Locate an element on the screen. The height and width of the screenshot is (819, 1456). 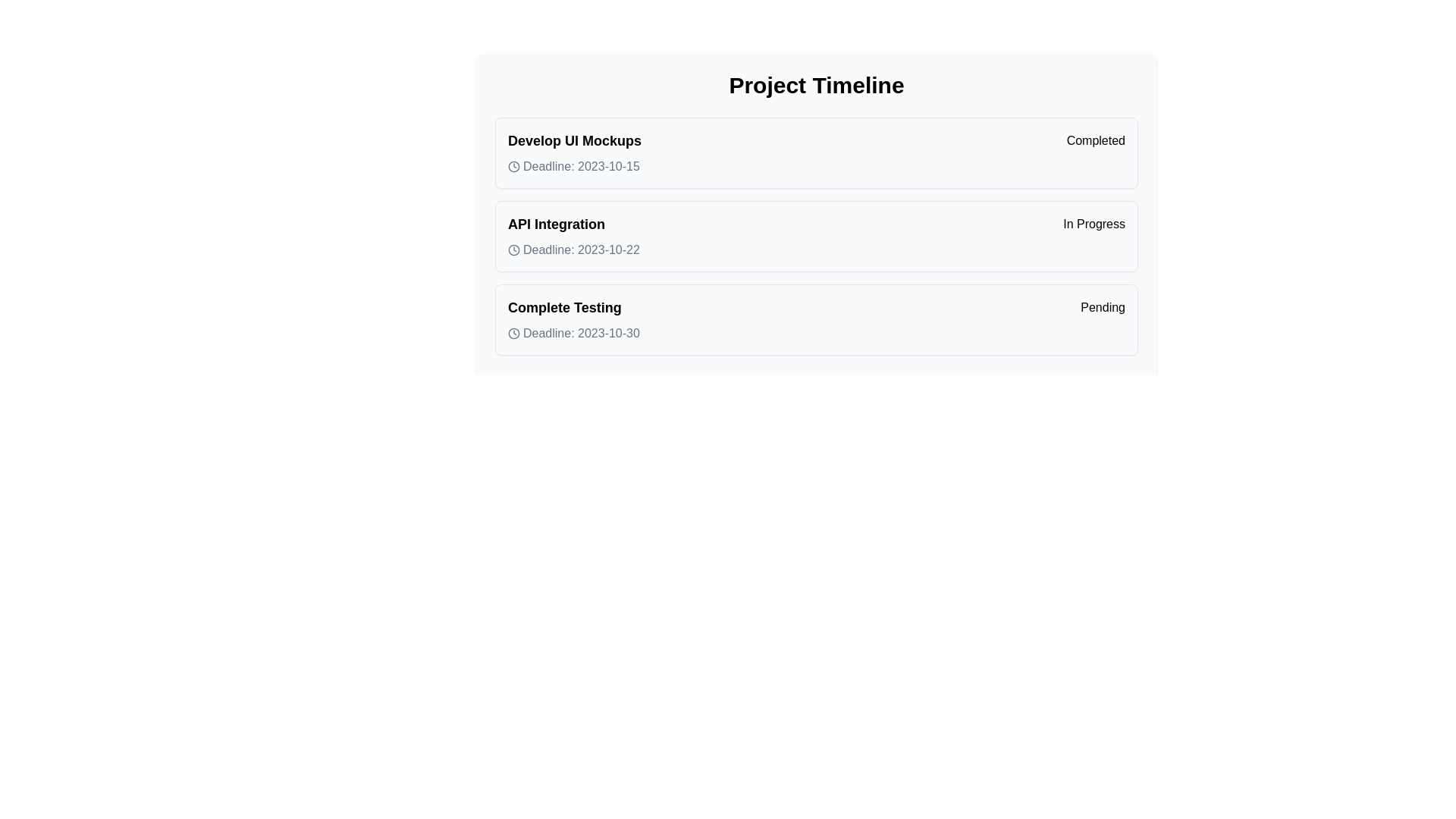
the clock icon located on the left side of the 'Deadline: 2023-10-22' text in the 'API Integration' section of the timeline structure is located at coordinates (513, 249).